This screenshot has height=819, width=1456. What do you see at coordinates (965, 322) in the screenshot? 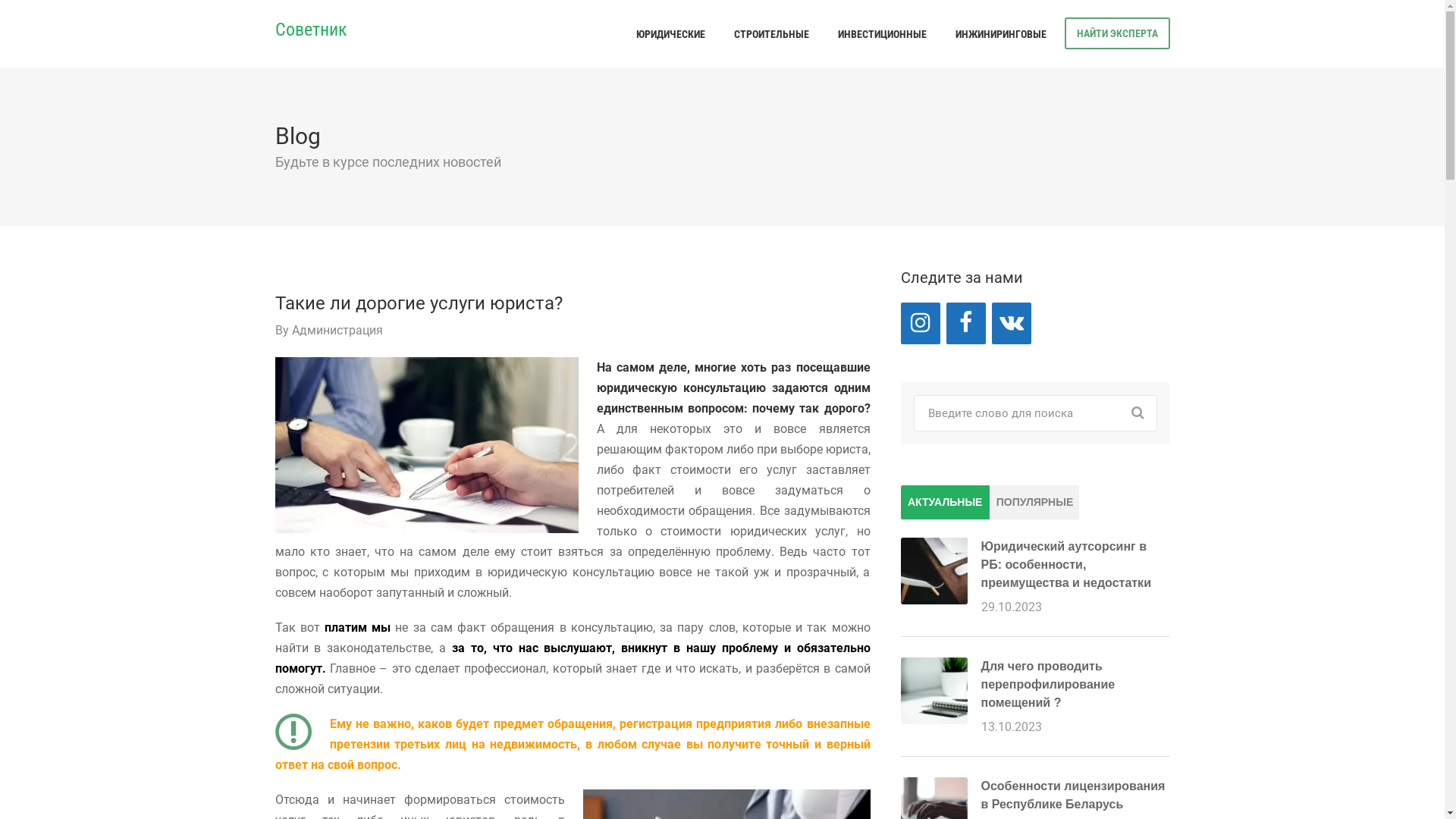
I see `'Facebook'` at bounding box center [965, 322].